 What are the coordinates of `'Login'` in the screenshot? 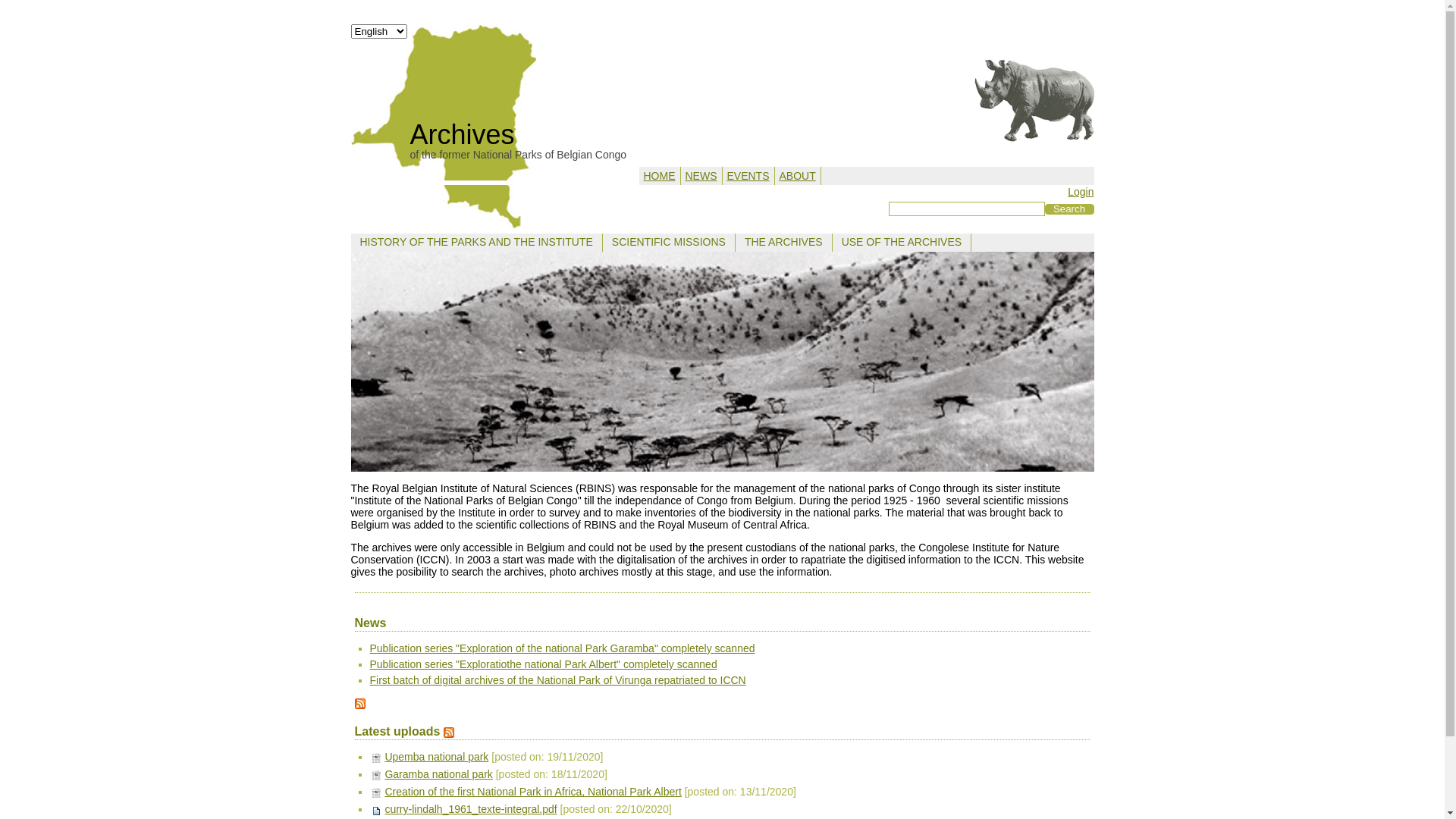 It's located at (1066, 191).